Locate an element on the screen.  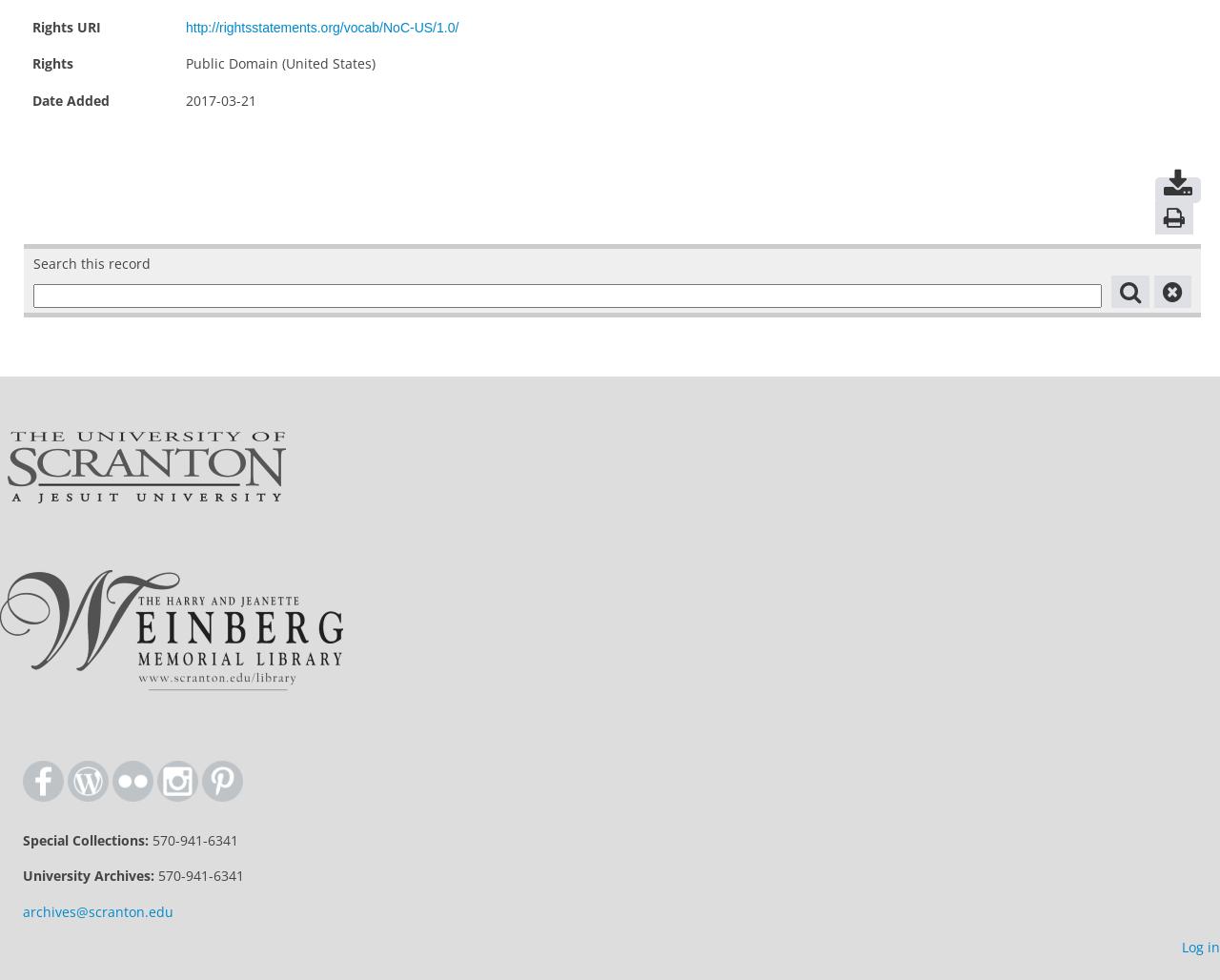
'Special Collections:' is located at coordinates (84, 839).